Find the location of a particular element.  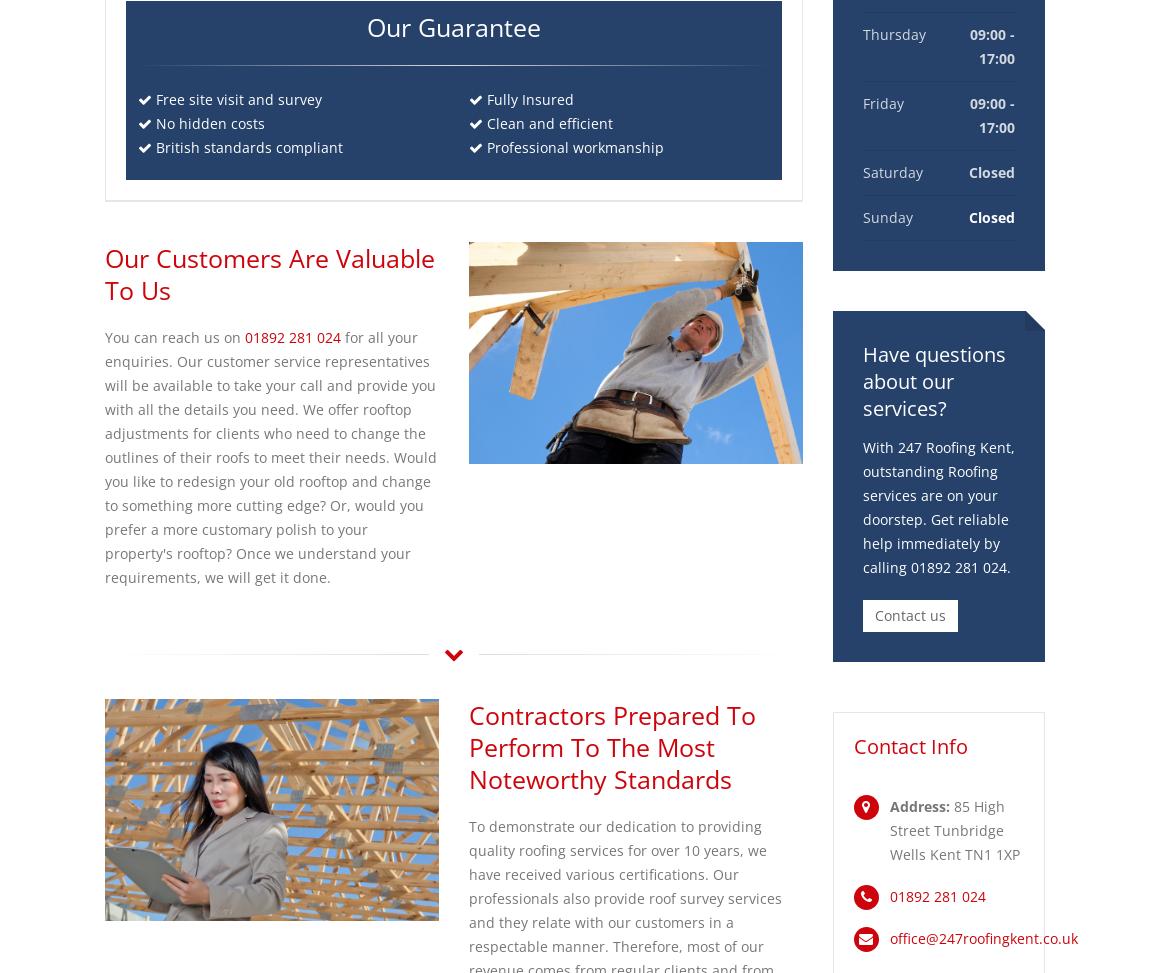

'for all your enquiries. Our customer service representatives will be available to take your call and provide you with all the details you need. We offer rooftop adjustments for clients who need to change the outlines of their roofs to meet their needs. Would you like to redesign your old rooftop and change to something more cutting edge? Or, would you prefer a more customary polish to your property's rooftop? Once we understand your requirements, we will get it done.' is located at coordinates (270, 457).